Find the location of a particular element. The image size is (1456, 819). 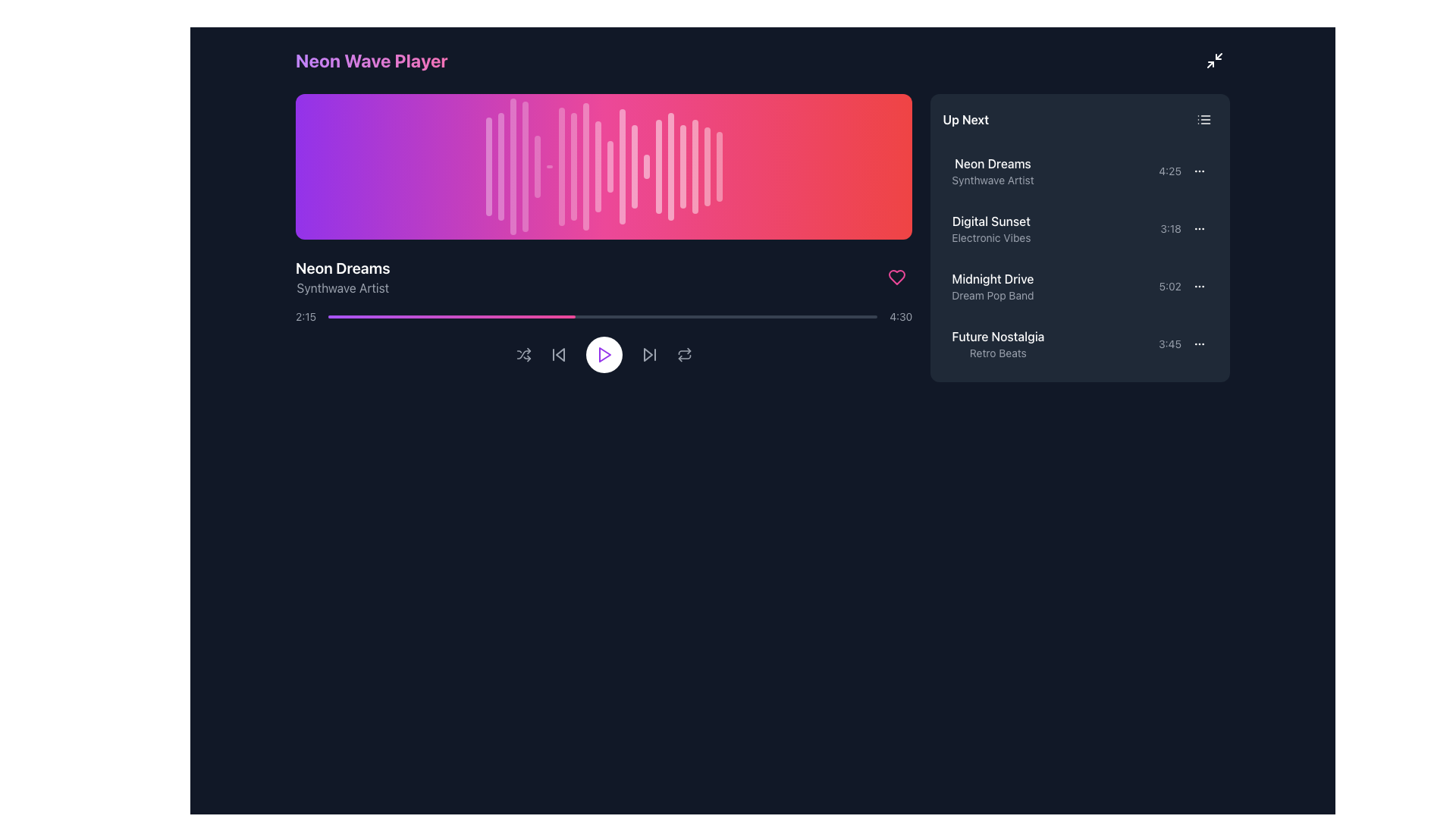

the 15th waveform bar in the audio visualization component, situated towards the right side of the interface is located at coordinates (658, 166).